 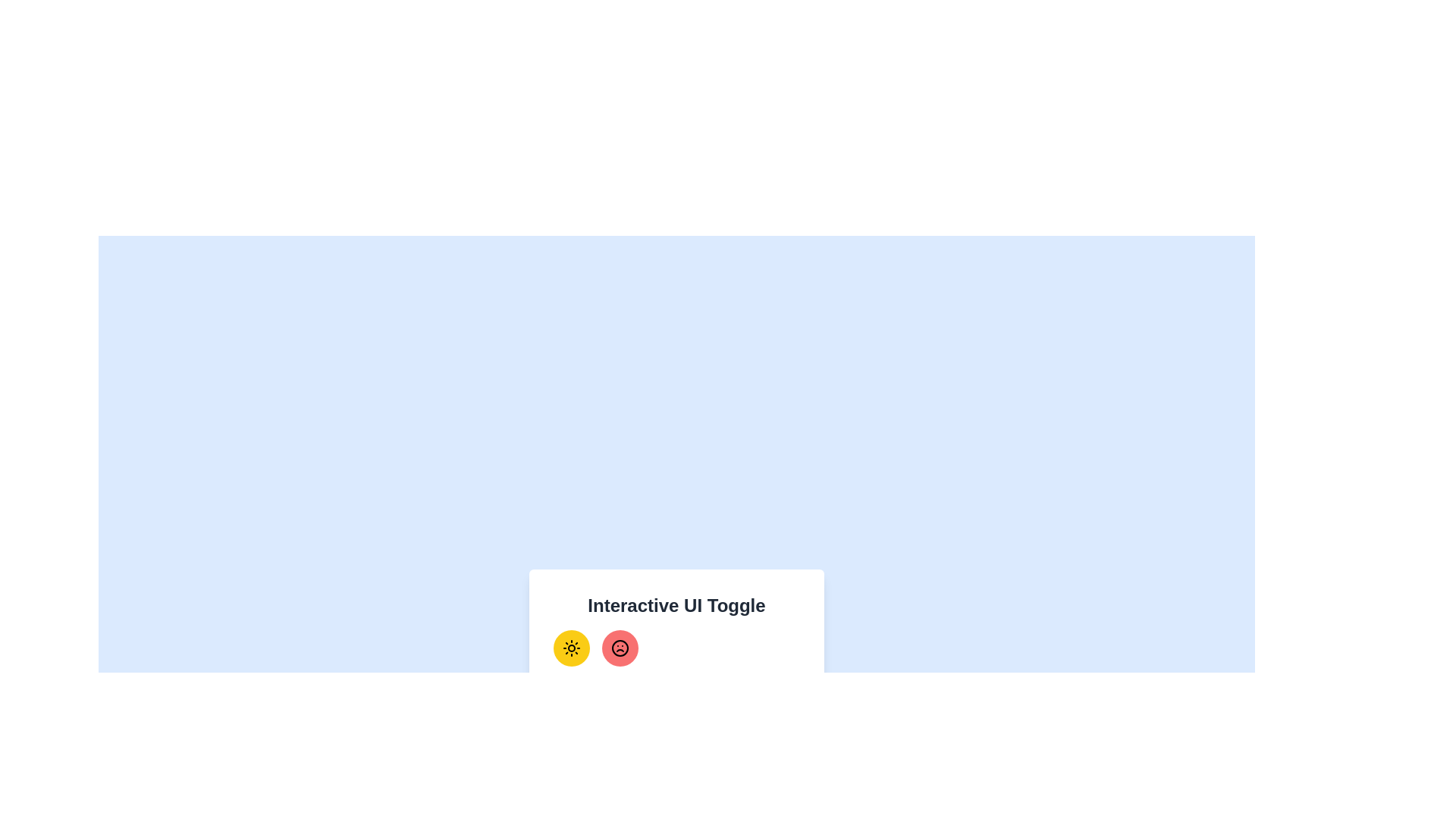 What do you see at coordinates (570, 648) in the screenshot?
I see `the theme toggle button to switch between light and dark modes` at bounding box center [570, 648].